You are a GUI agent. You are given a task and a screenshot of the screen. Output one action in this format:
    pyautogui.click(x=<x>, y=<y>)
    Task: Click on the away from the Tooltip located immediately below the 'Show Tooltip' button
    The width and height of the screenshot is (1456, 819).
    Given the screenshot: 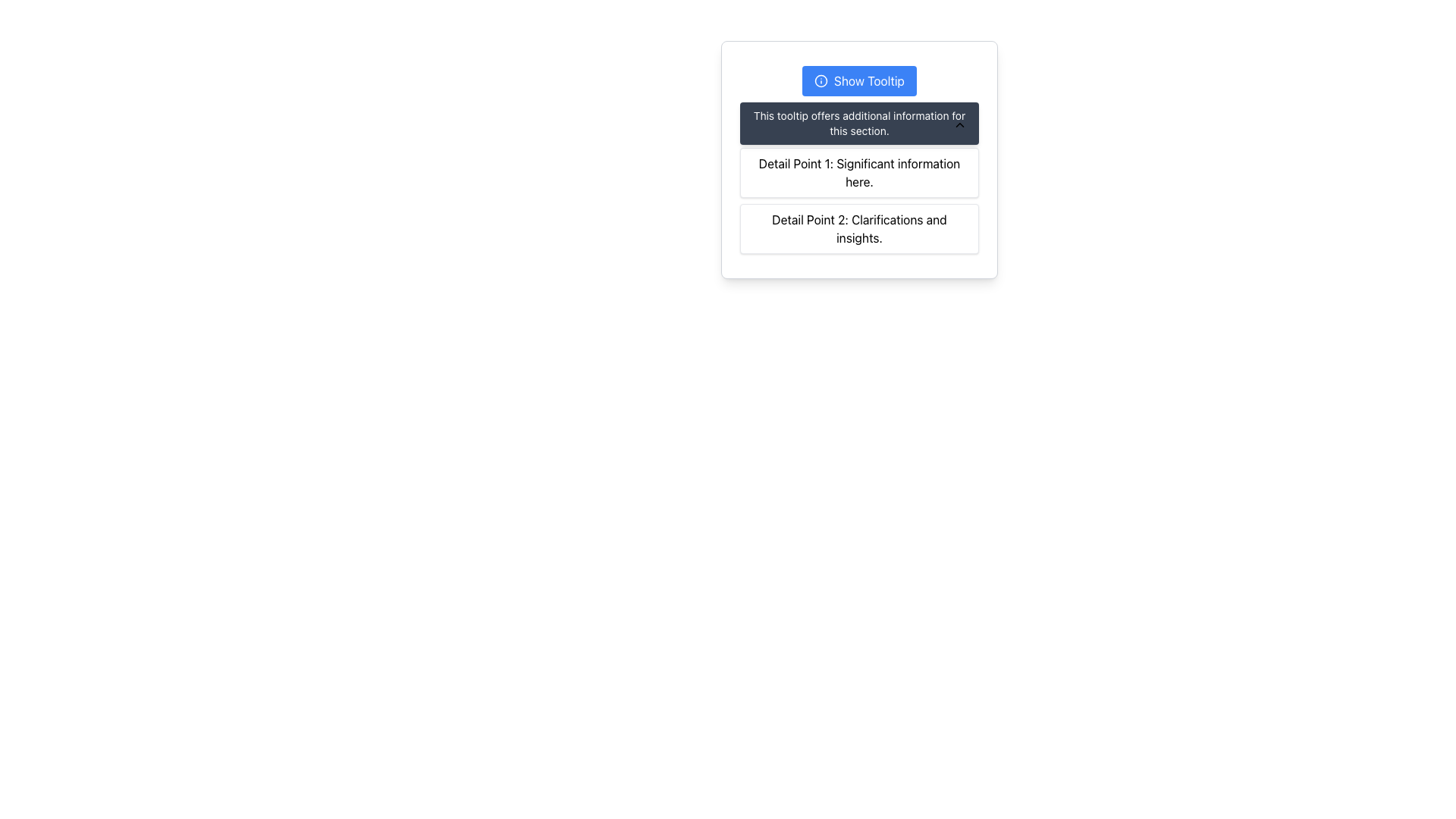 What is the action you would take?
    pyautogui.click(x=859, y=122)
    